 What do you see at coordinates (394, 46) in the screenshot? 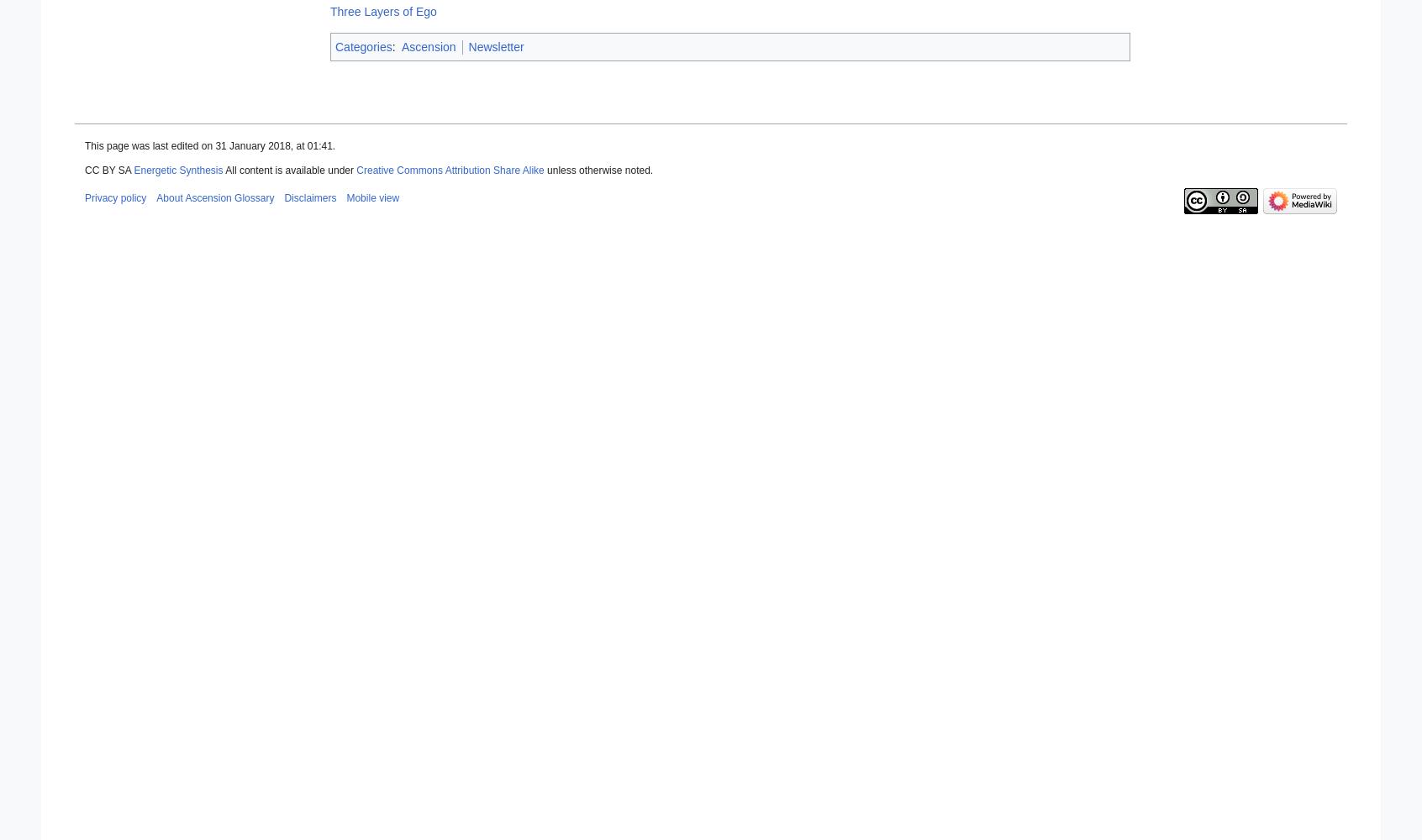
I see `':'` at bounding box center [394, 46].